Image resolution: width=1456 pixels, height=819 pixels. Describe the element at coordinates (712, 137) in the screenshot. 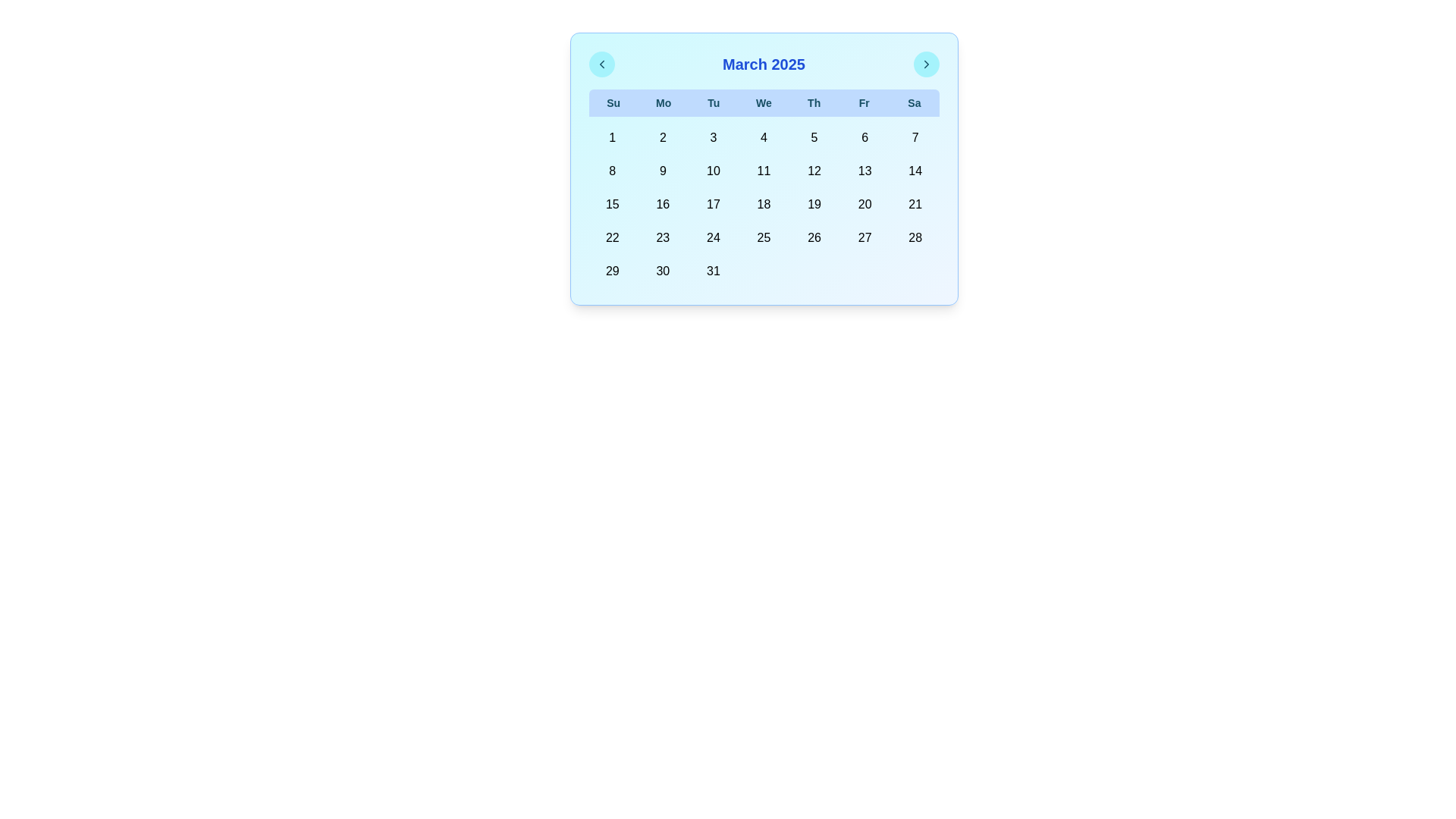

I see `the interactive calendar date cell displaying the number '3' with a light cyan background` at that location.